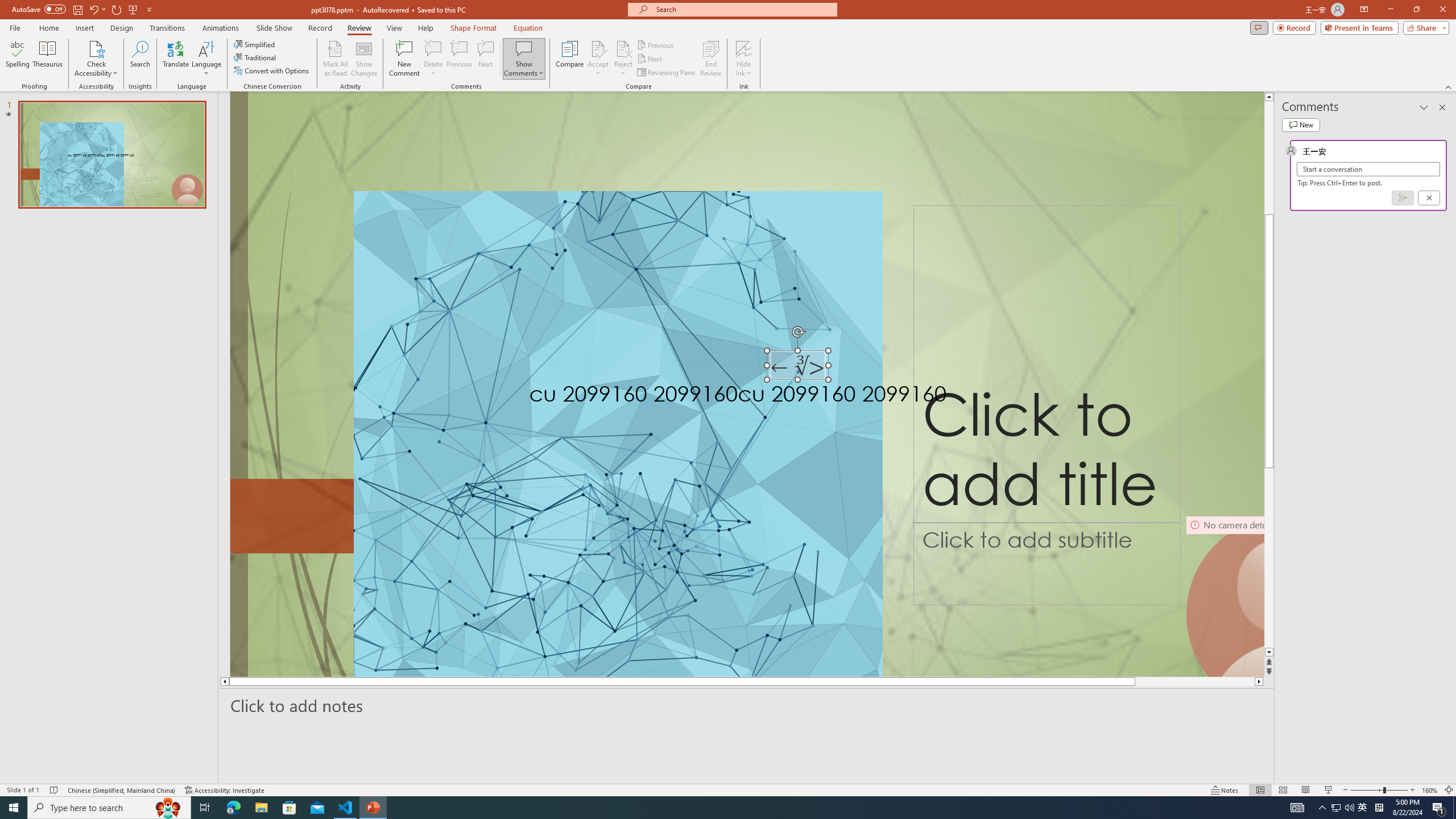  What do you see at coordinates (206, 59) in the screenshot?
I see `'Language'` at bounding box center [206, 59].